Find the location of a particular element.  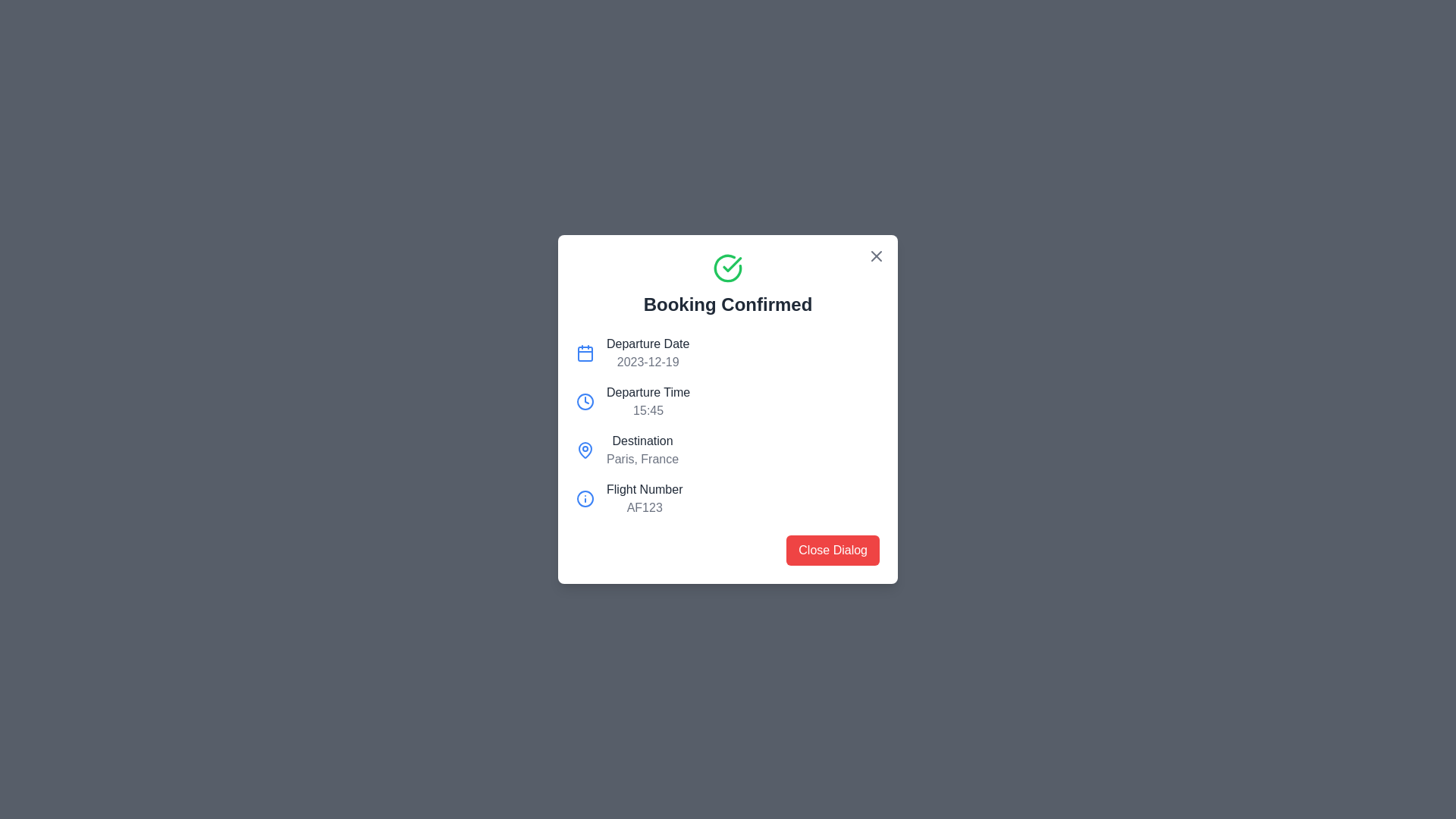

the circular green outlined icon with a white background and green checkmark, located at the top-center of the dialog box above the text 'Booking Confirmed' is located at coordinates (728, 268).